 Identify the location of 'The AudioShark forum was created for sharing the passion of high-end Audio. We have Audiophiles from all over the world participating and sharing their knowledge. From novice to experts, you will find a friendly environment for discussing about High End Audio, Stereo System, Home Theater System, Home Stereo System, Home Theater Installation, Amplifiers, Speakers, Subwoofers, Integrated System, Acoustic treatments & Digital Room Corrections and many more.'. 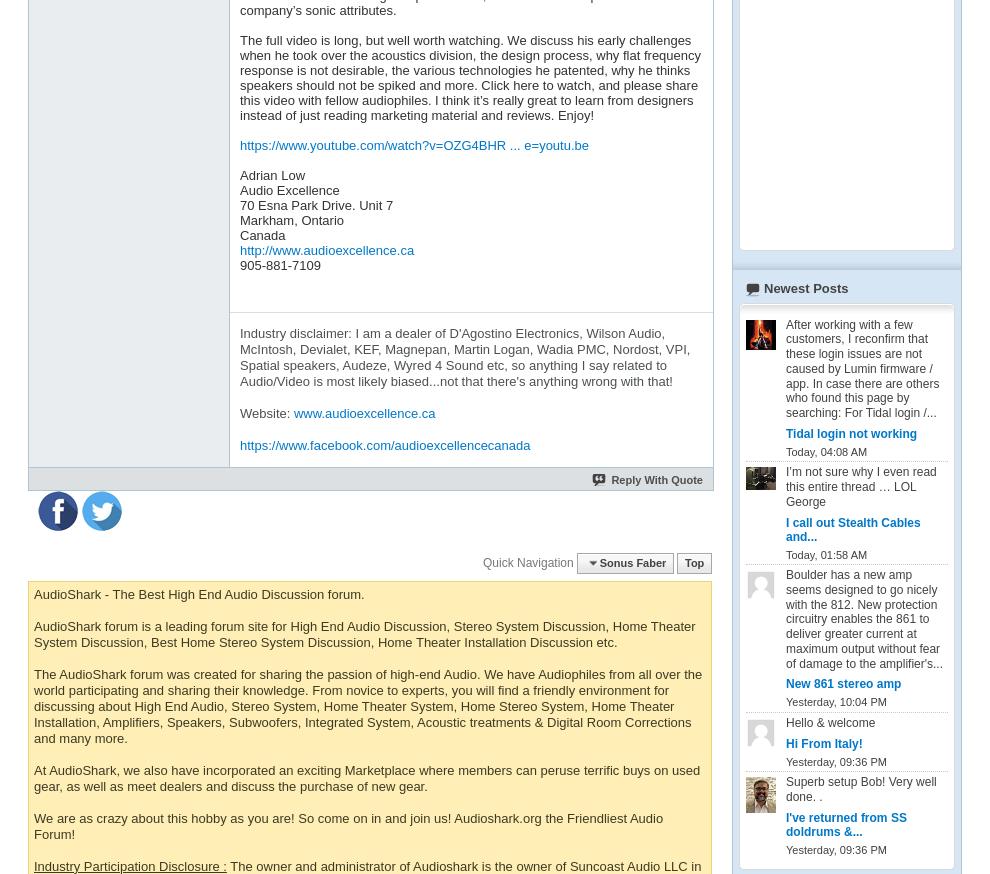
(367, 705).